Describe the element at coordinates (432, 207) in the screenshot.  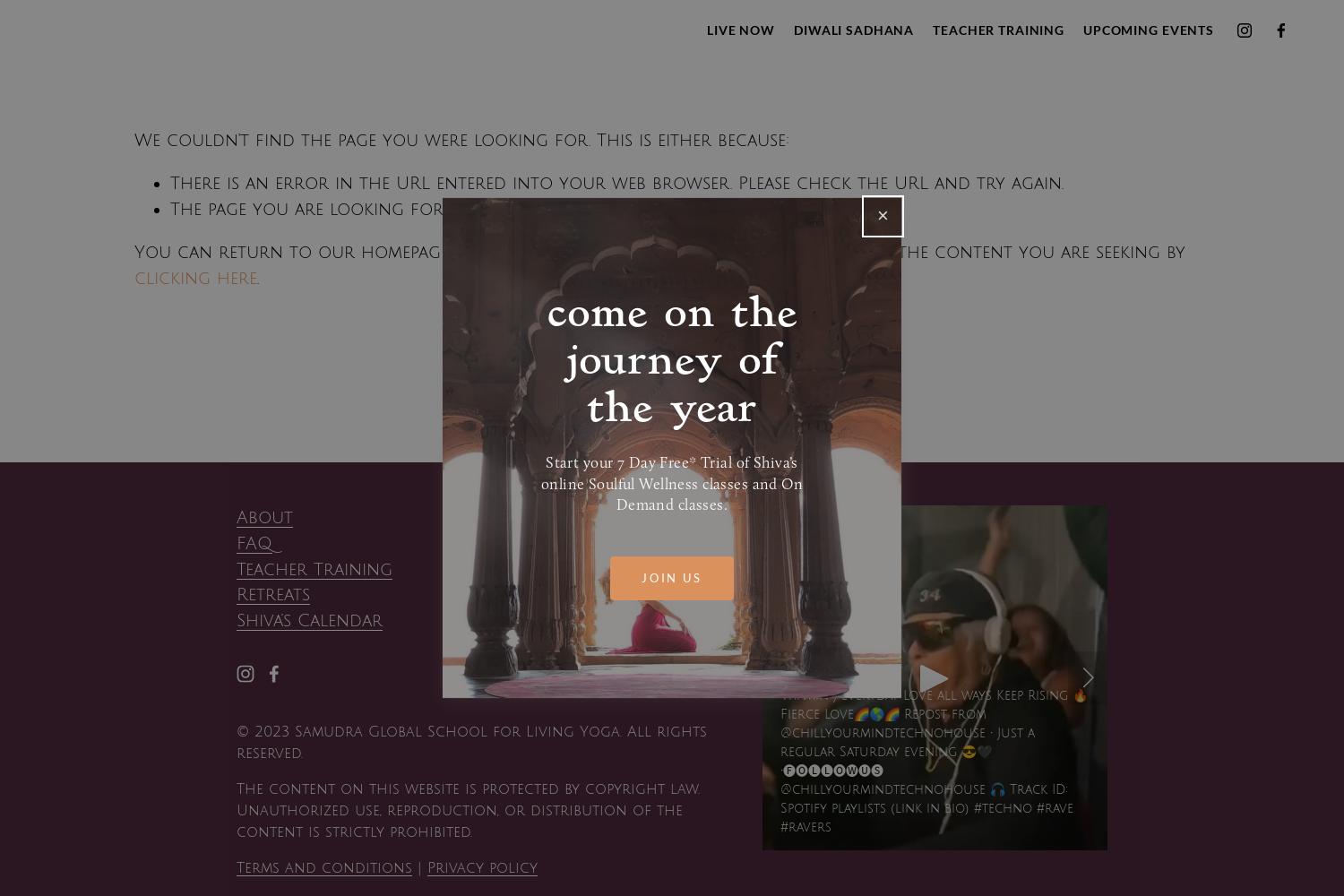
I see `'The page you are looking for has been moved or deleted.'` at that location.